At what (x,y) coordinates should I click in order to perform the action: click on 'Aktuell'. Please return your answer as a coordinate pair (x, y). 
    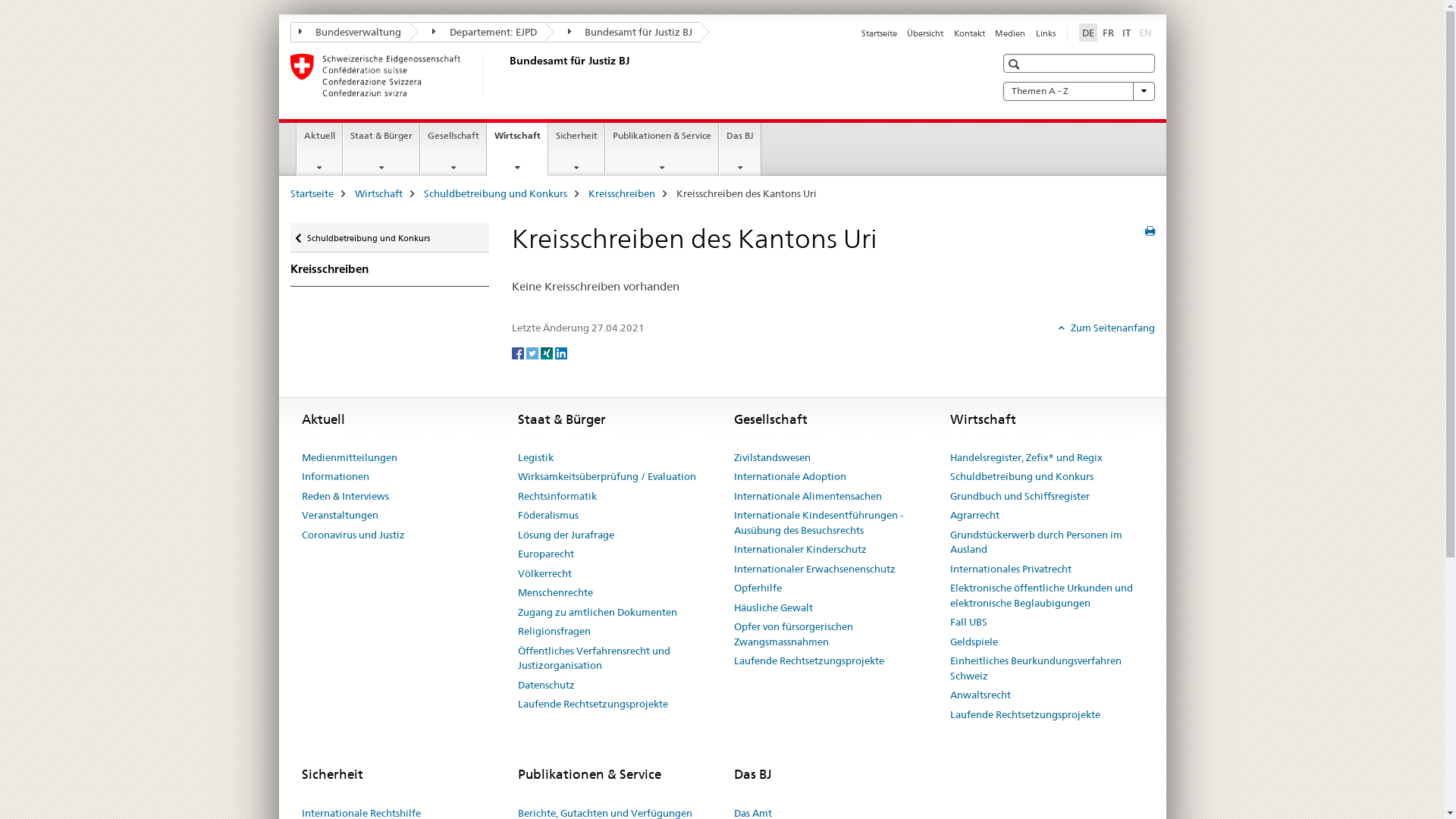
    Looking at the image, I should click on (318, 149).